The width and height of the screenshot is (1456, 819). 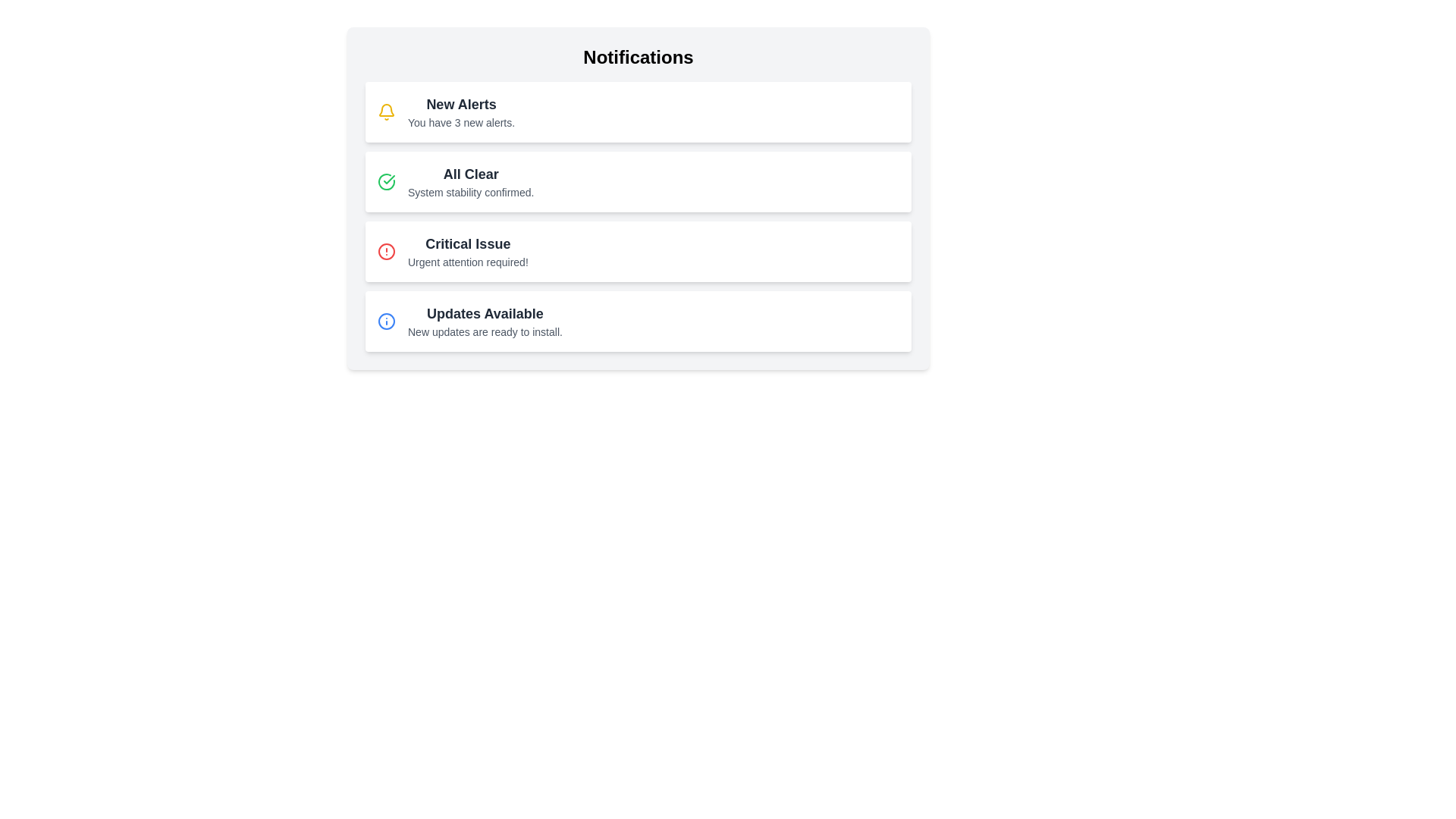 I want to click on the circular icon with a red border located in the 'Critical Issue' notification box, positioned near the left side of the box, so click(x=386, y=250).